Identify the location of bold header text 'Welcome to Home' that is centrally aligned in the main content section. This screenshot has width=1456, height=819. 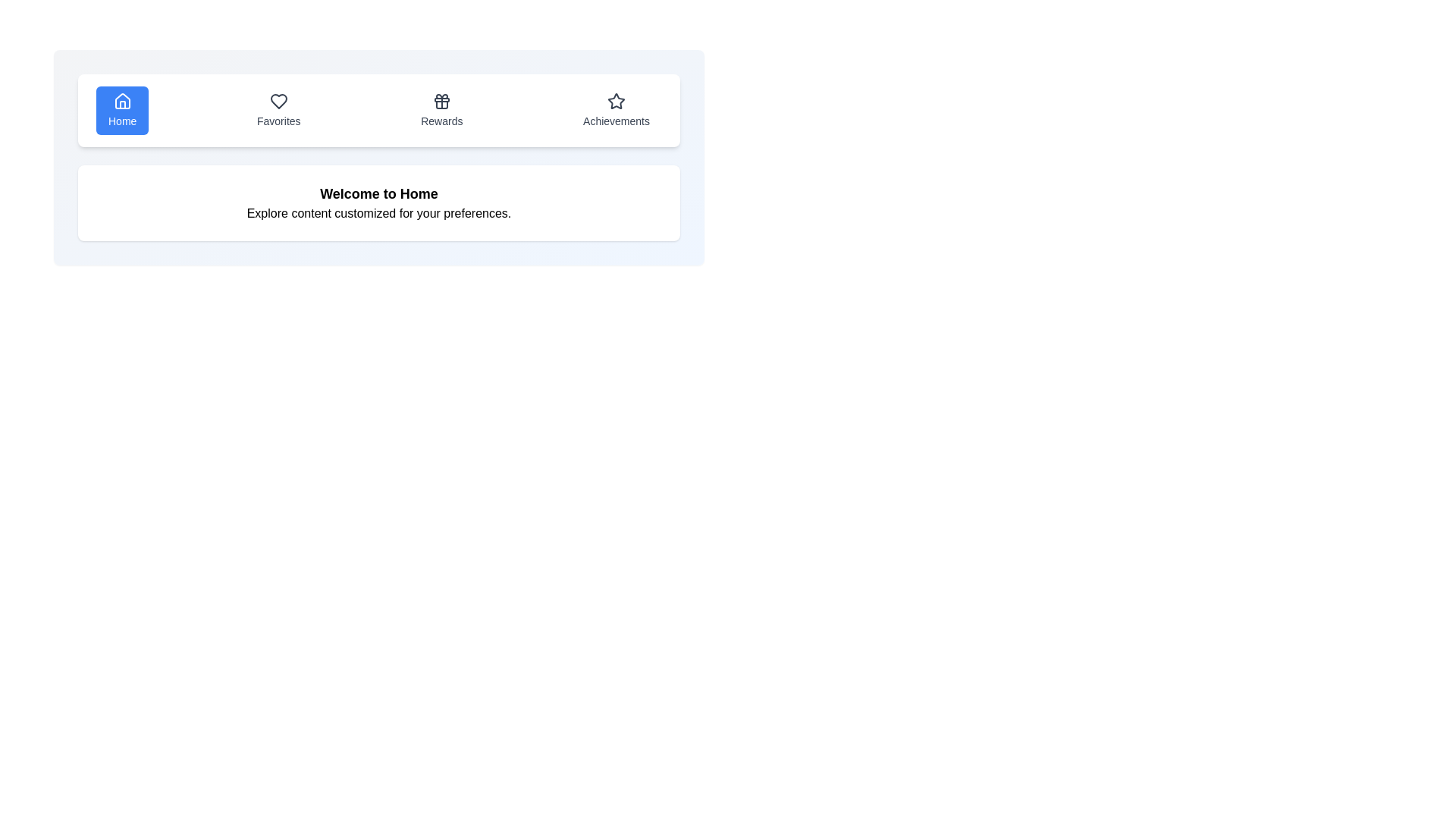
(378, 193).